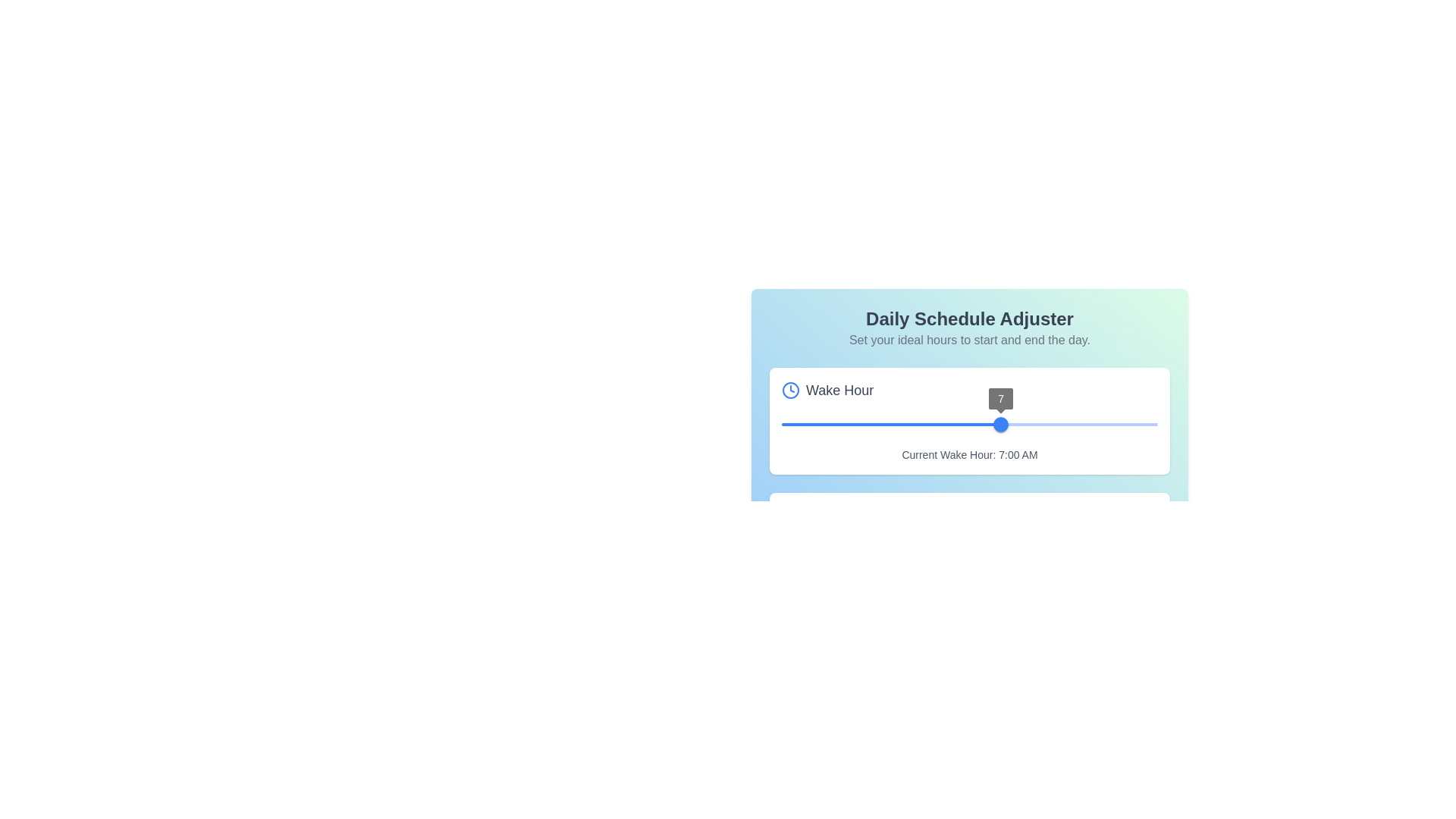 Image resolution: width=1456 pixels, height=819 pixels. What do you see at coordinates (359, 378) in the screenshot?
I see `the wake hour` at bounding box center [359, 378].